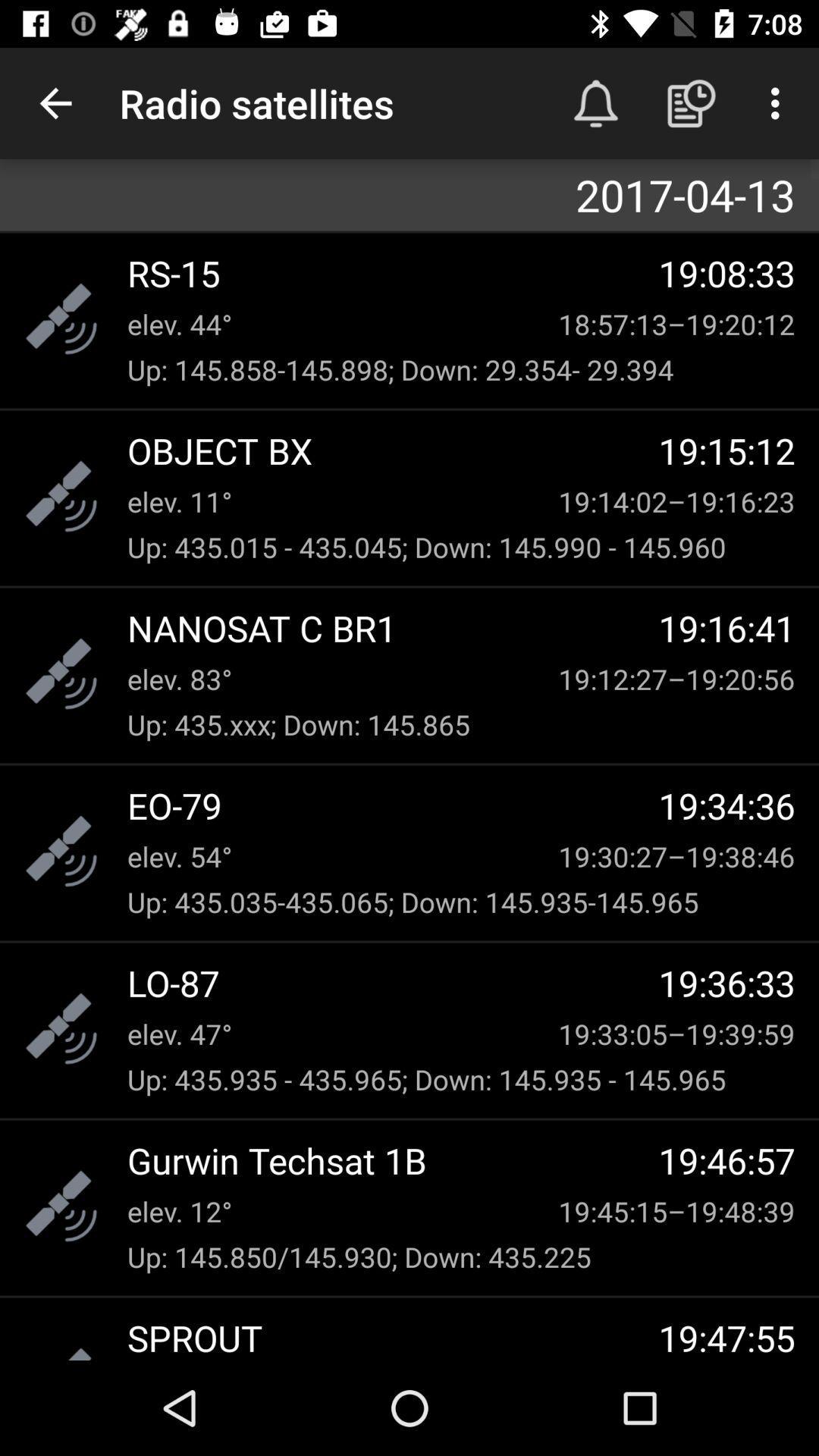  Describe the element at coordinates (392, 450) in the screenshot. I see `the item next to 19:15:12 item` at that location.